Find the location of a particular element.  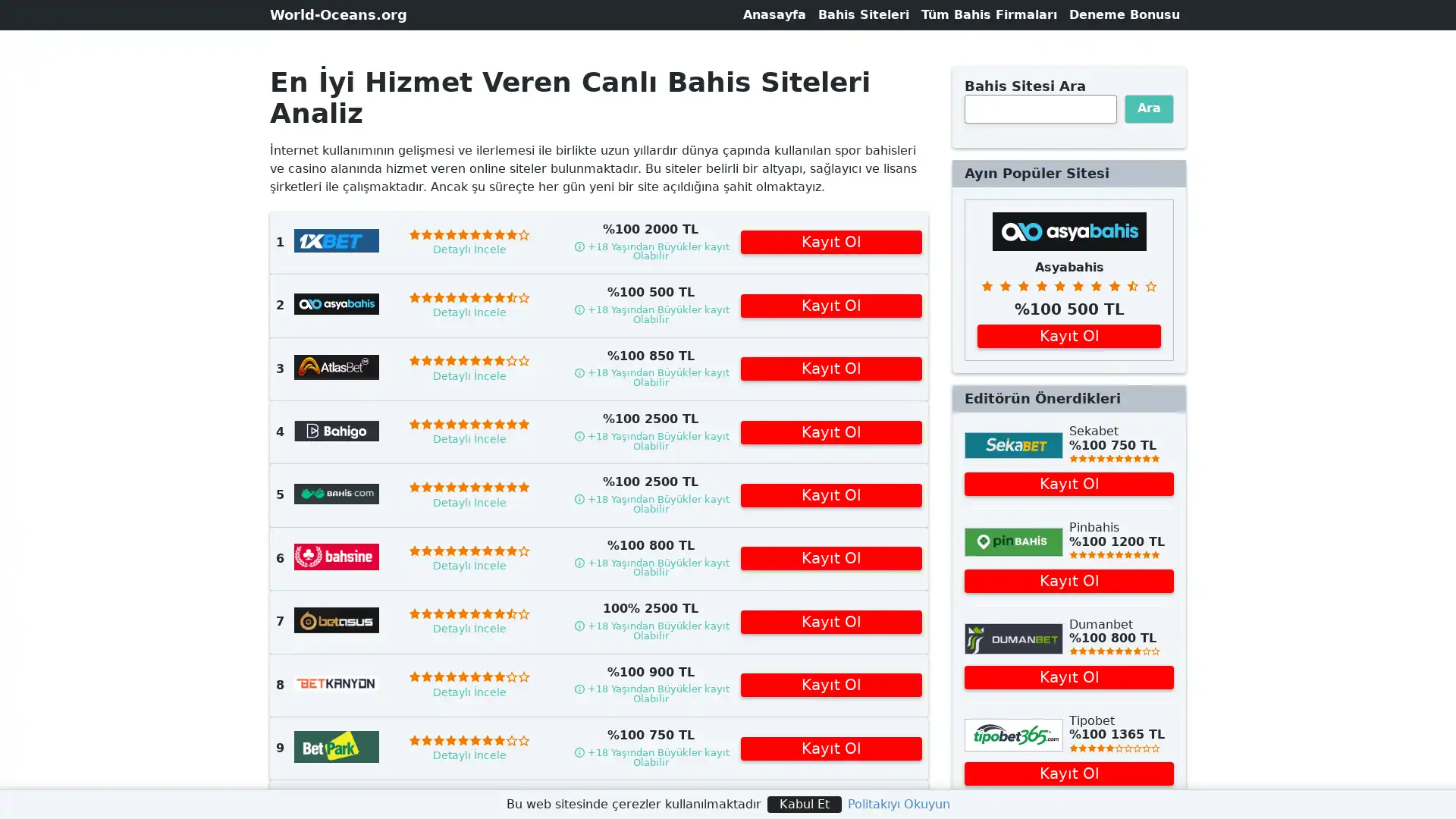

Load terms and conditions is located at coordinates (650, 376).